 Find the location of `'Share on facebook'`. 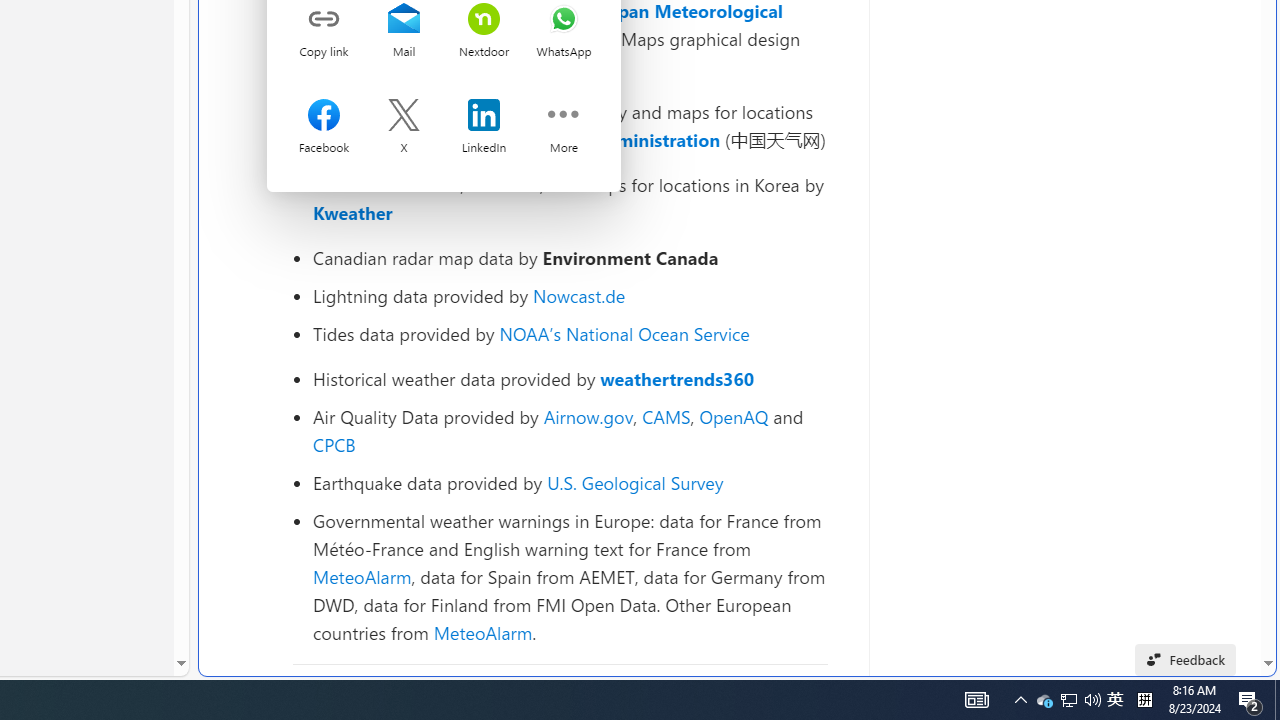

'Share on facebook' is located at coordinates (324, 117).